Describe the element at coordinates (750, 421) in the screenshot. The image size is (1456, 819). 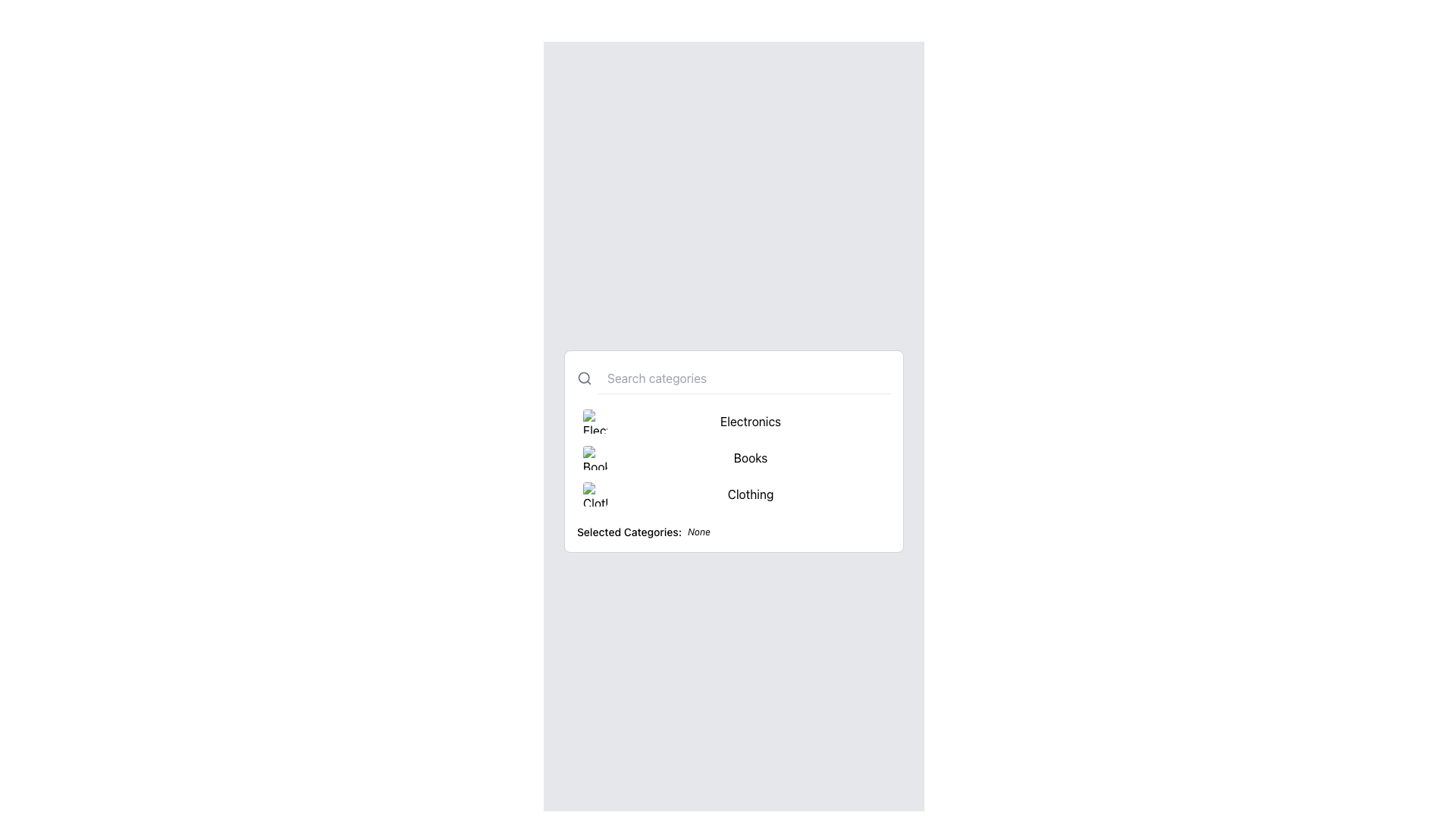
I see `text label displaying 'Electronics' located as the second item in a vertical list of categories, positioned to the right of its corresponding icon` at that location.